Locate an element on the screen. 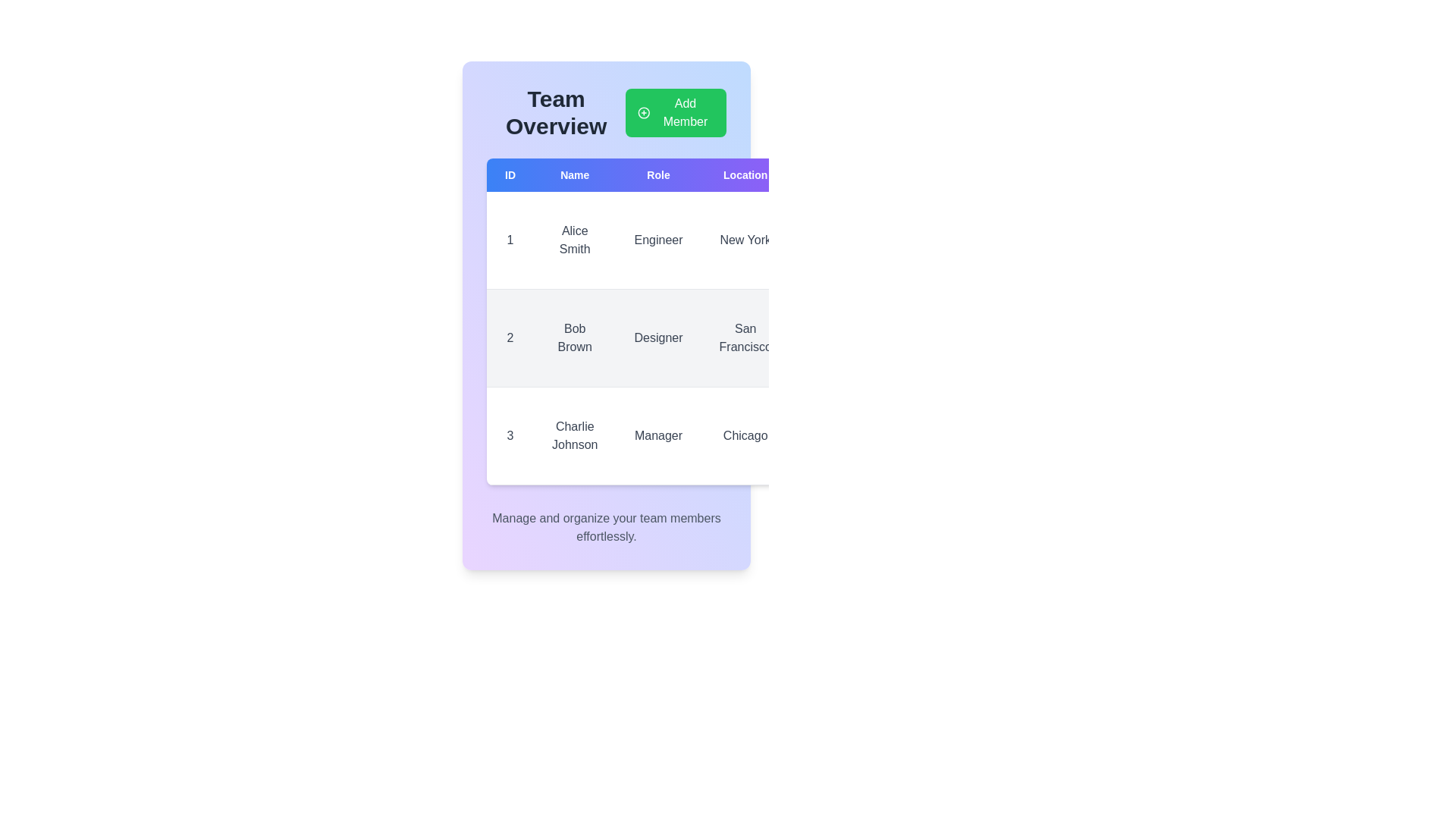  the Static Text Label that represents the role of 'Charlie Johnson' in the table, located in the third row and third column under the 'Role' heading is located at coordinates (658, 435).